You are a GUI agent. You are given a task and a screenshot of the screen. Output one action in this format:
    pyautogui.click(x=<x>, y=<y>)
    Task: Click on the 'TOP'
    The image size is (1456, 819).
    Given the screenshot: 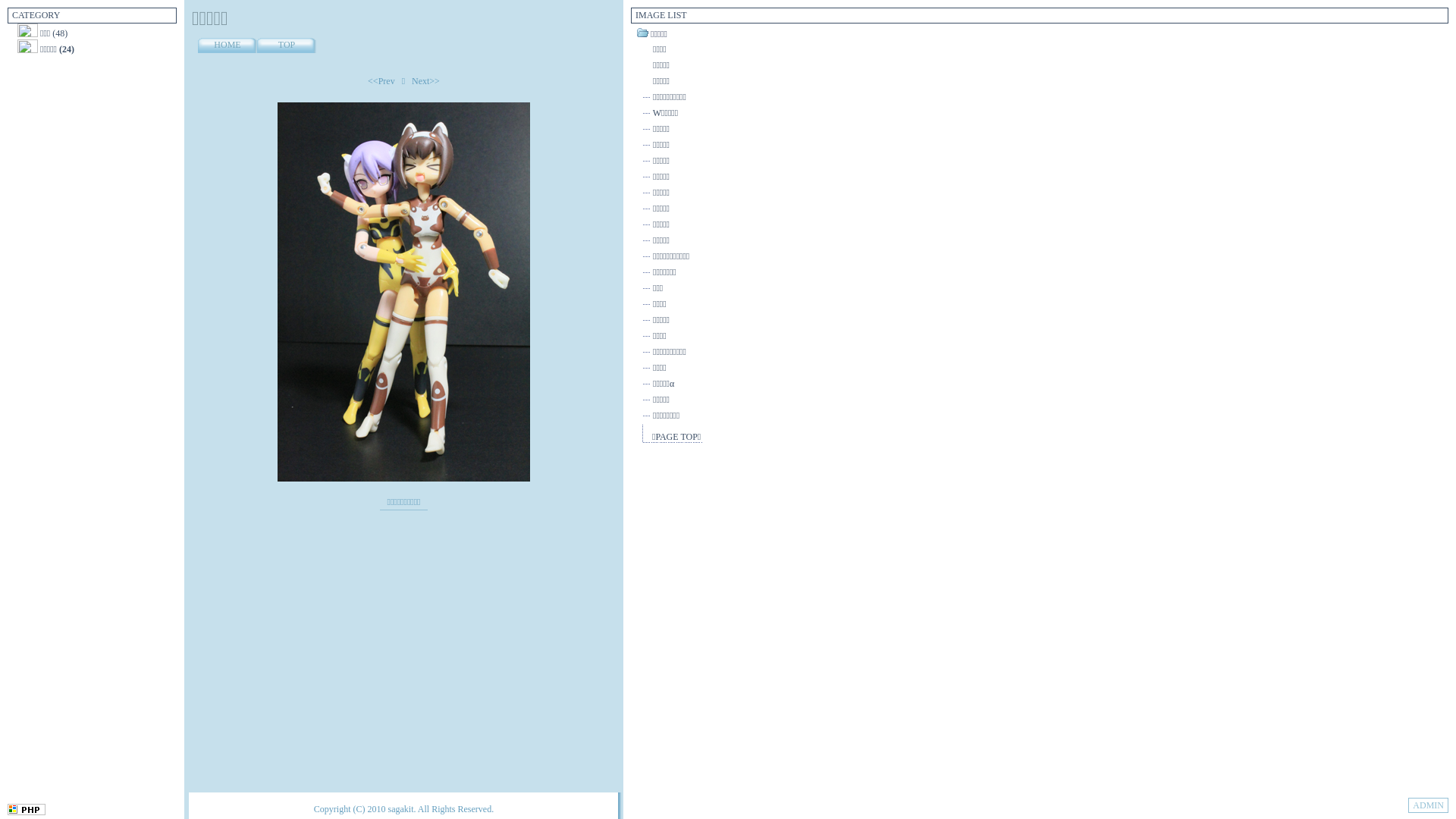 What is the action you would take?
    pyautogui.click(x=287, y=45)
    